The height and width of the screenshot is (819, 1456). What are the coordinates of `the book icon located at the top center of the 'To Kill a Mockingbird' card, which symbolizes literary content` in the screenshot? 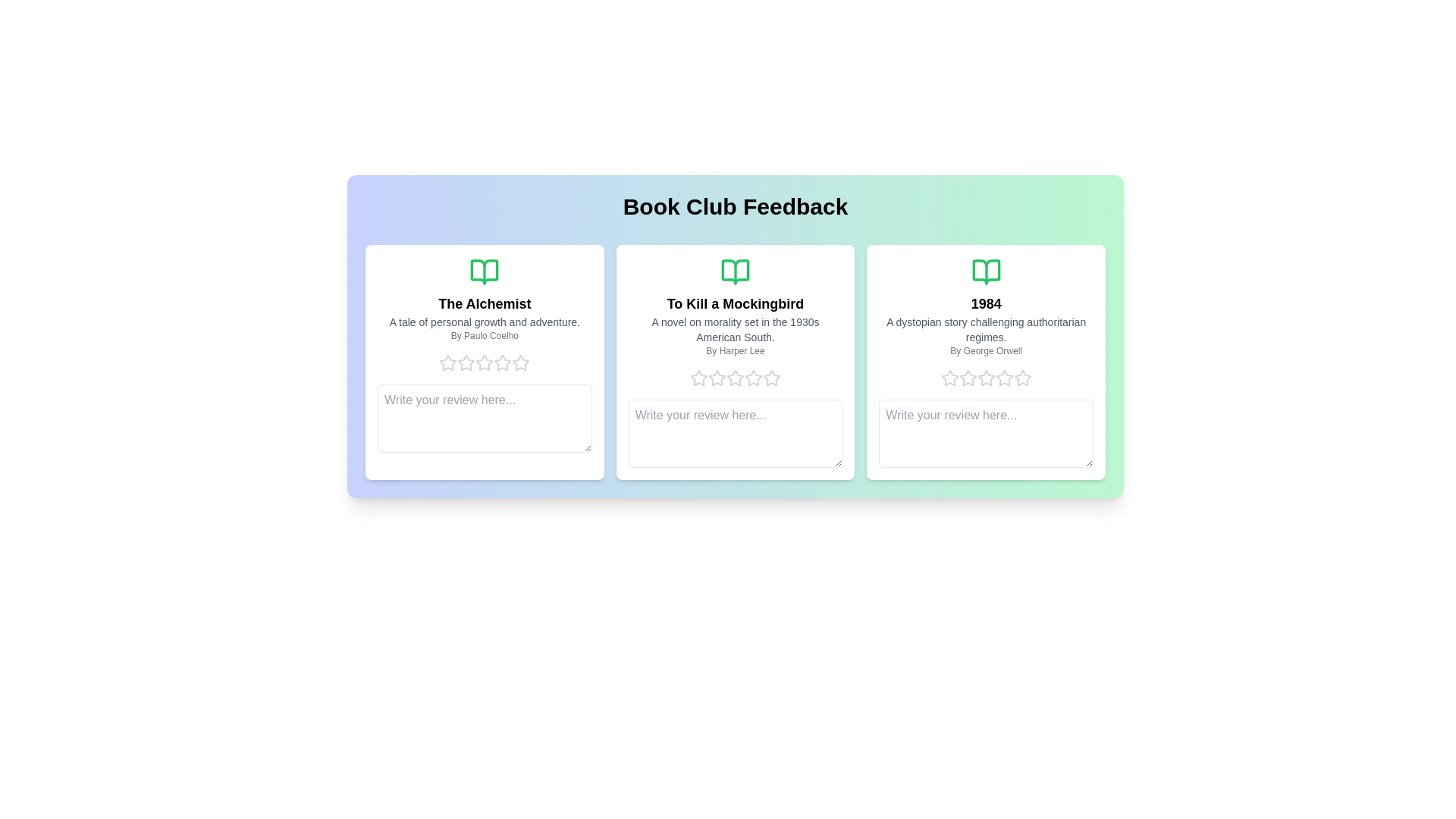 It's located at (735, 271).